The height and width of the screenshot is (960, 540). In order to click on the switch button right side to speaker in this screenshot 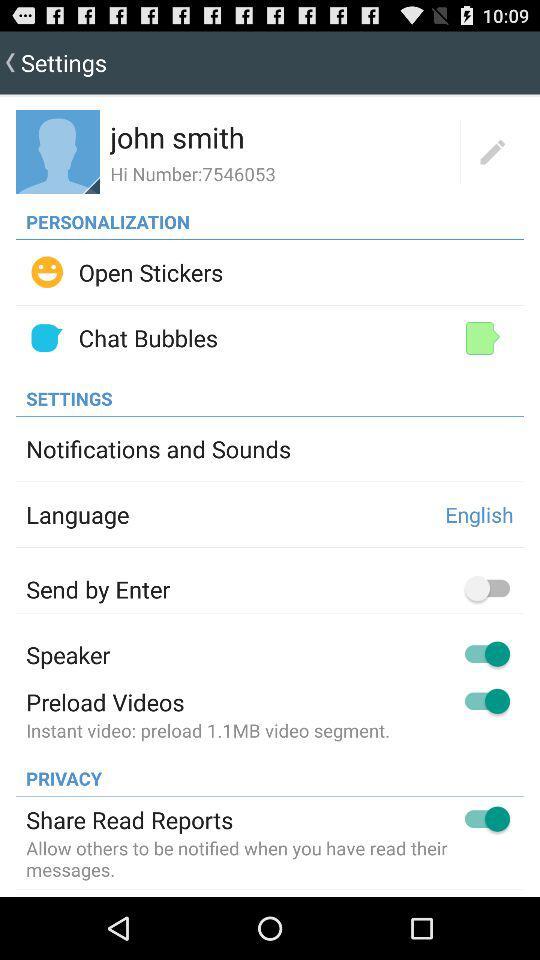, I will do `click(486, 654)`.